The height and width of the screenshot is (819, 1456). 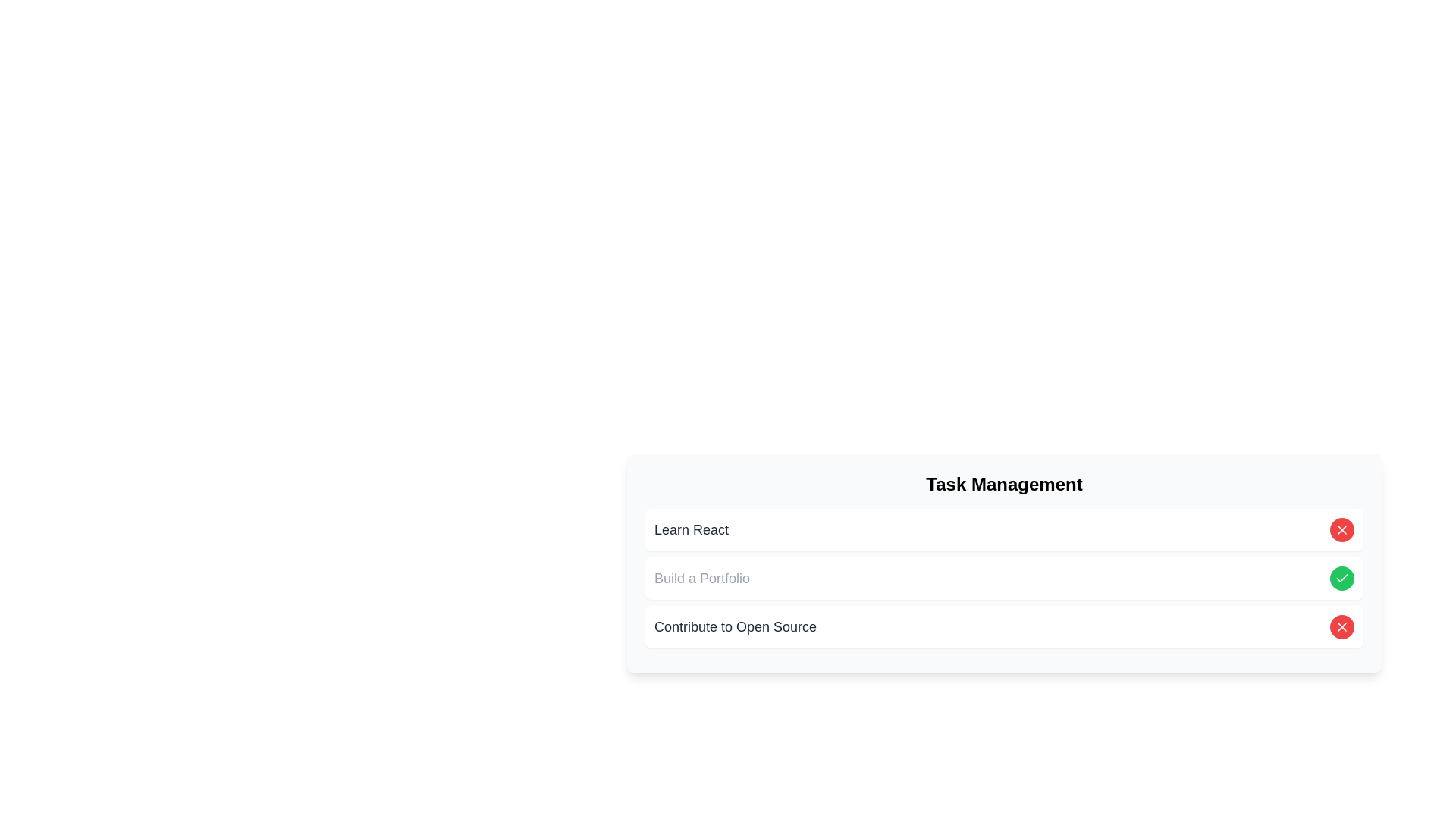 I want to click on the text label styled with a strikethrough and colored gray that displays 'Build a Portfolio' located in the 'Task Management' section, so click(x=701, y=579).